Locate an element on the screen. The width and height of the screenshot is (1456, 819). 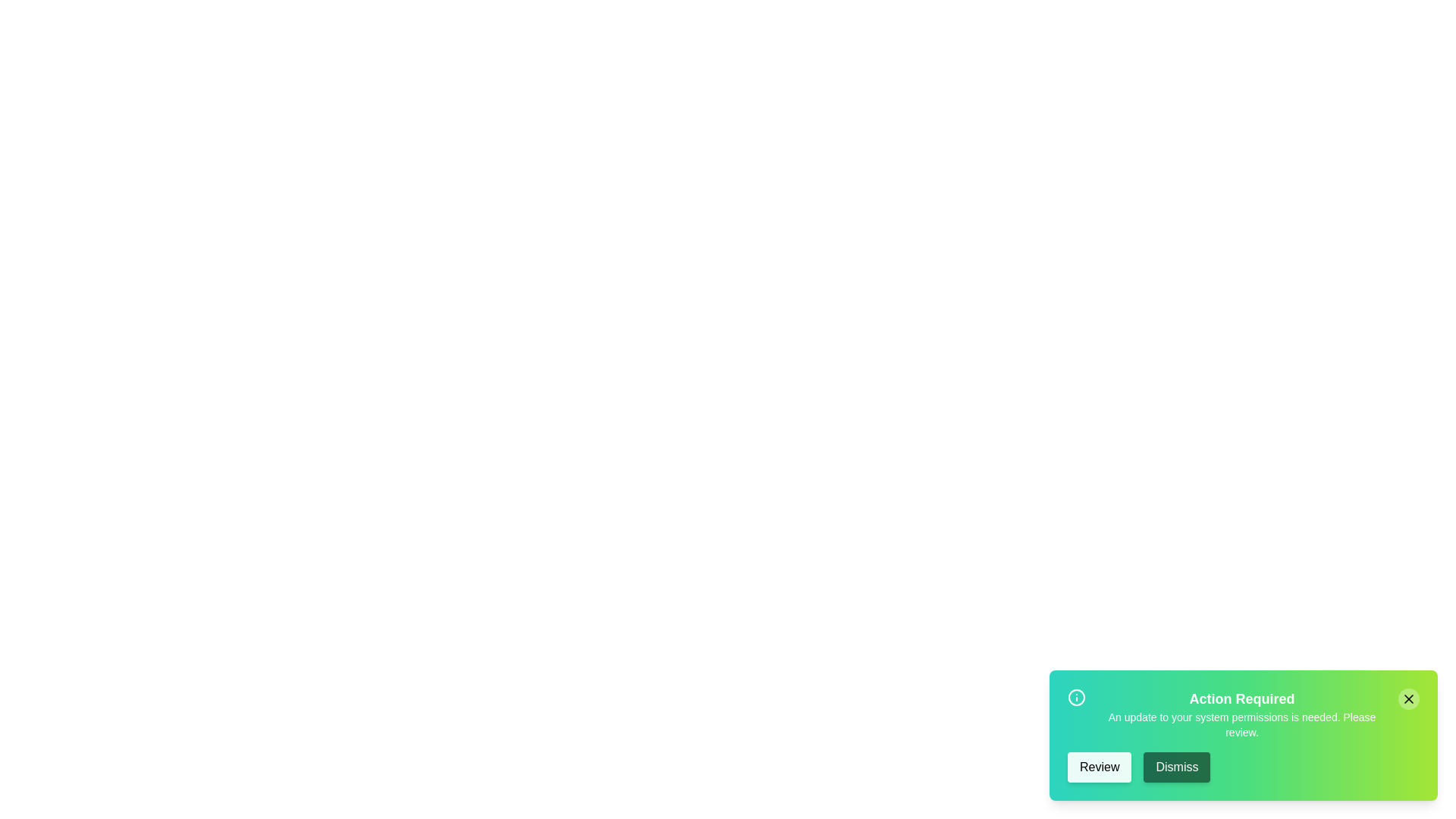
the close button to dismiss the snackbar is located at coordinates (1407, 698).